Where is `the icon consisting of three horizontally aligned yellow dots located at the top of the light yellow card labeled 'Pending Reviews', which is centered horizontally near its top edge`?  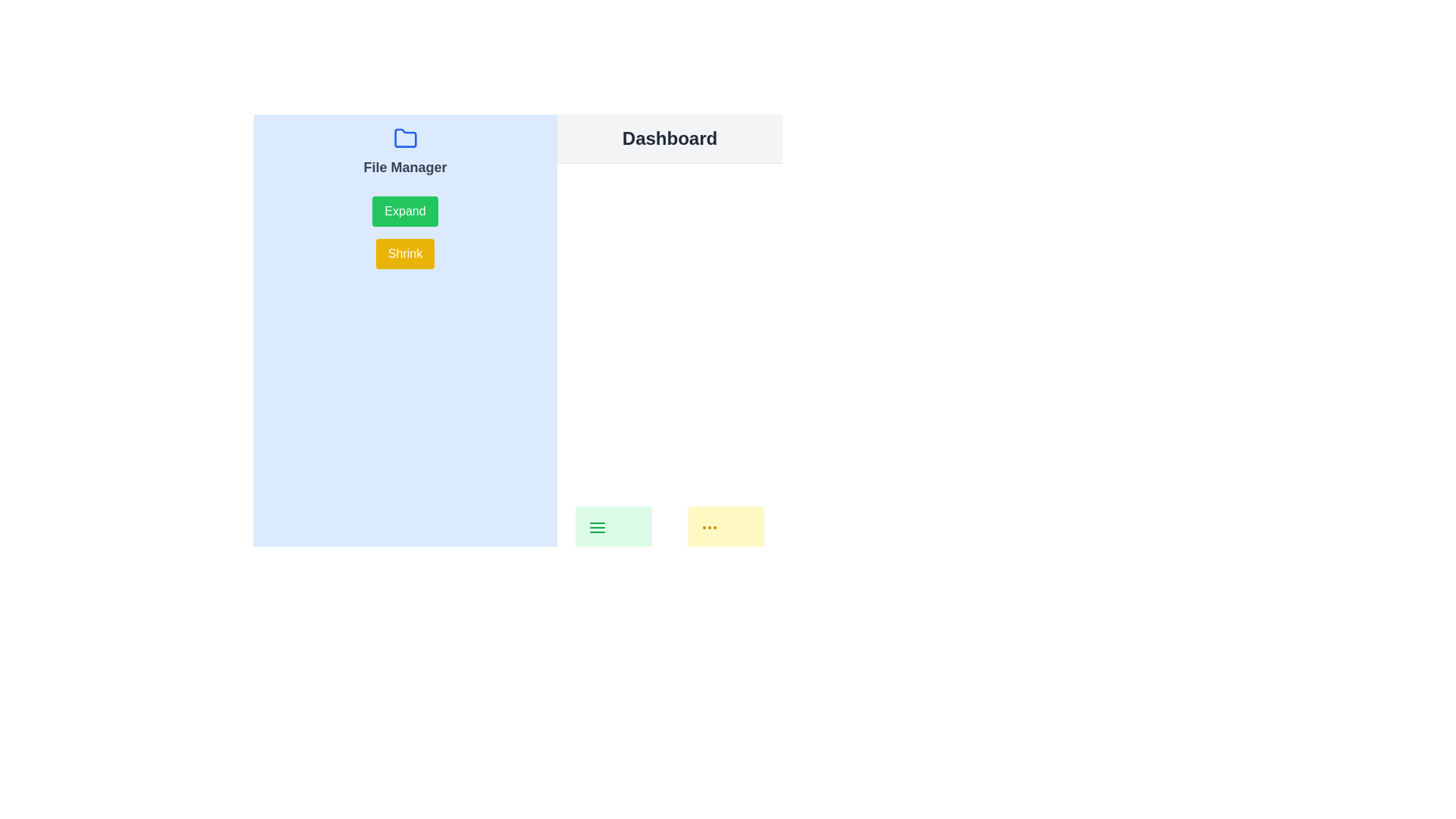 the icon consisting of three horizontally aligned yellow dots located at the top of the light yellow card labeled 'Pending Reviews', which is centered horizontally near its top edge is located at coordinates (709, 526).